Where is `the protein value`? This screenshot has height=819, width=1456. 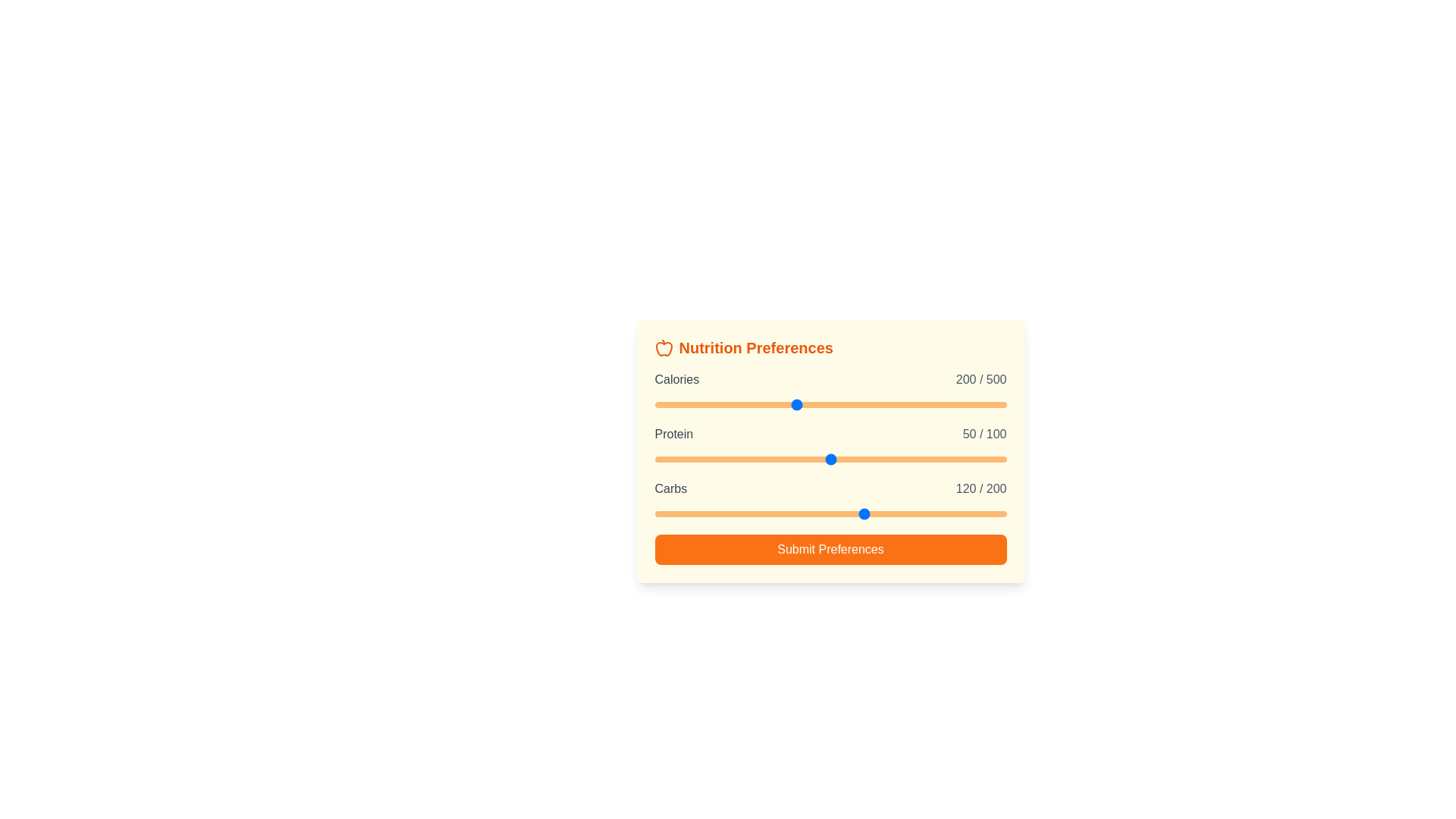
the protein value is located at coordinates (714, 458).